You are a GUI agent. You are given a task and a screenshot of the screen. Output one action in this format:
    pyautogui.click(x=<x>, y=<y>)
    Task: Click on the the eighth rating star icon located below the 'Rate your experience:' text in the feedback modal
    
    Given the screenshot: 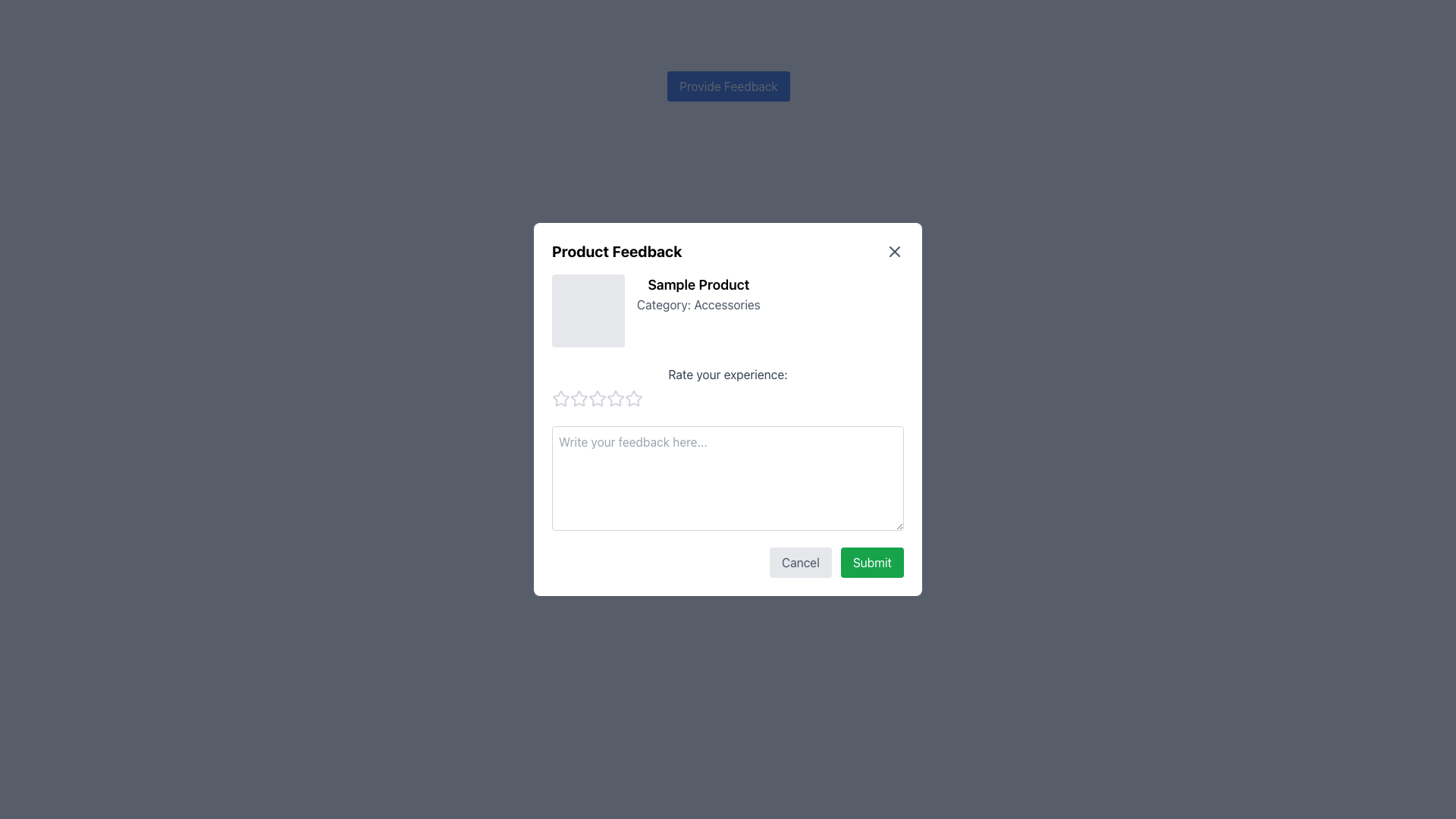 What is the action you would take?
    pyautogui.click(x=633, y=397)
    